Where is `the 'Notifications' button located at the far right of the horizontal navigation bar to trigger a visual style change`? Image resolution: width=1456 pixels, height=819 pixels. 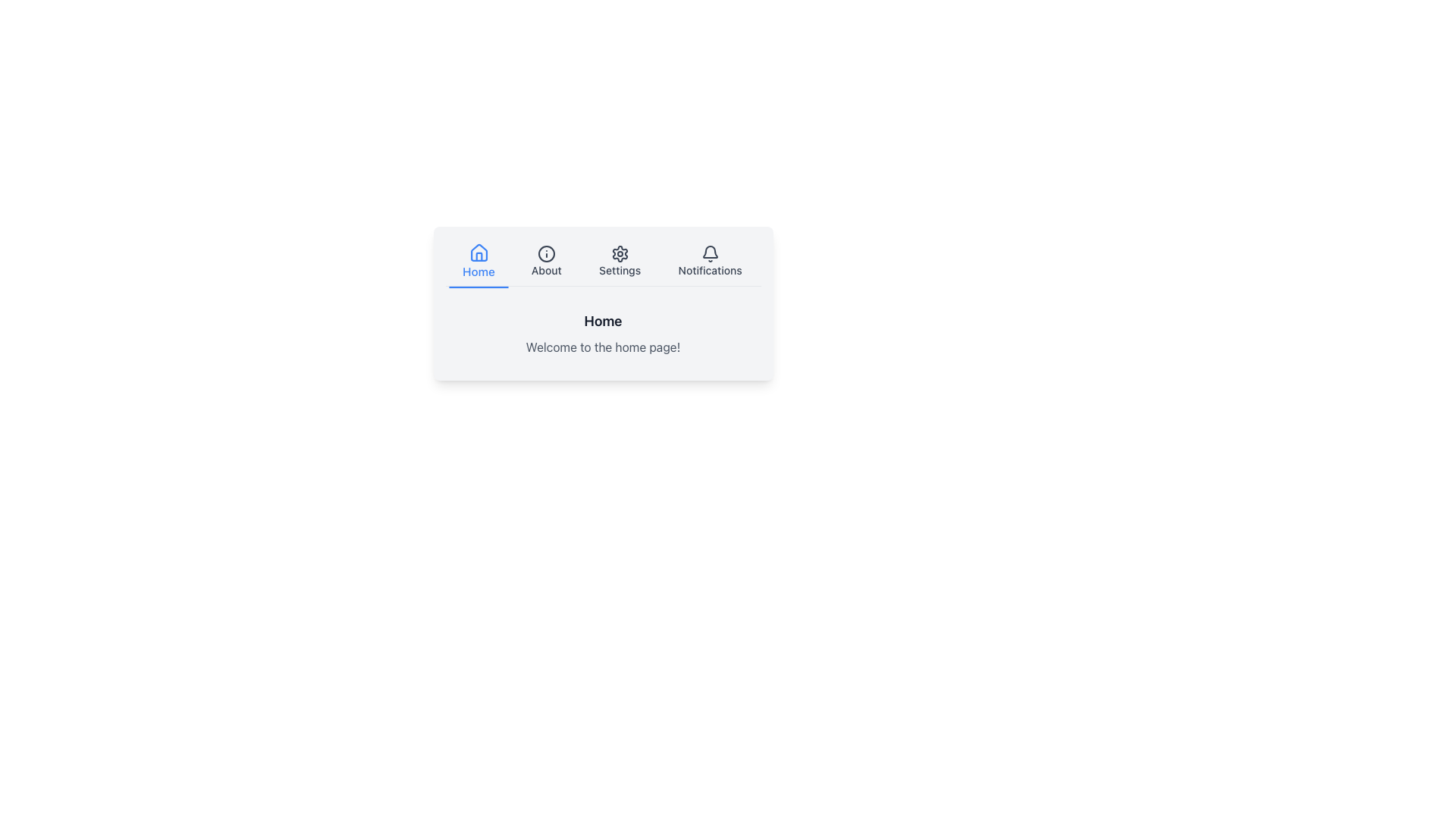
the 'Notifications' button located at the far right of the horizontal navigation bar to trigger a visual style change is located at coordinates (709, 262).